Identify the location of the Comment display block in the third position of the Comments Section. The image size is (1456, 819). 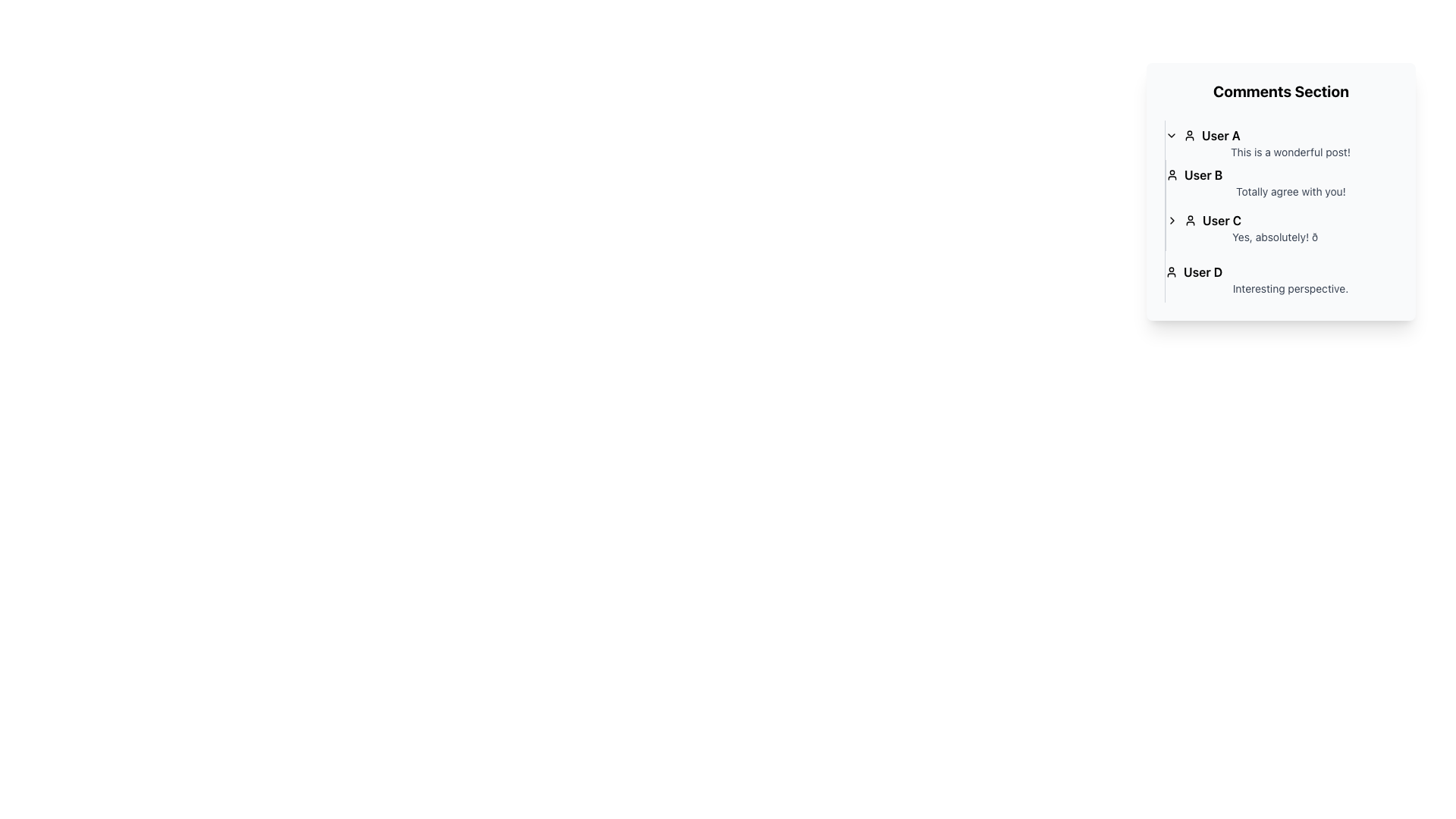
(1280, 211).